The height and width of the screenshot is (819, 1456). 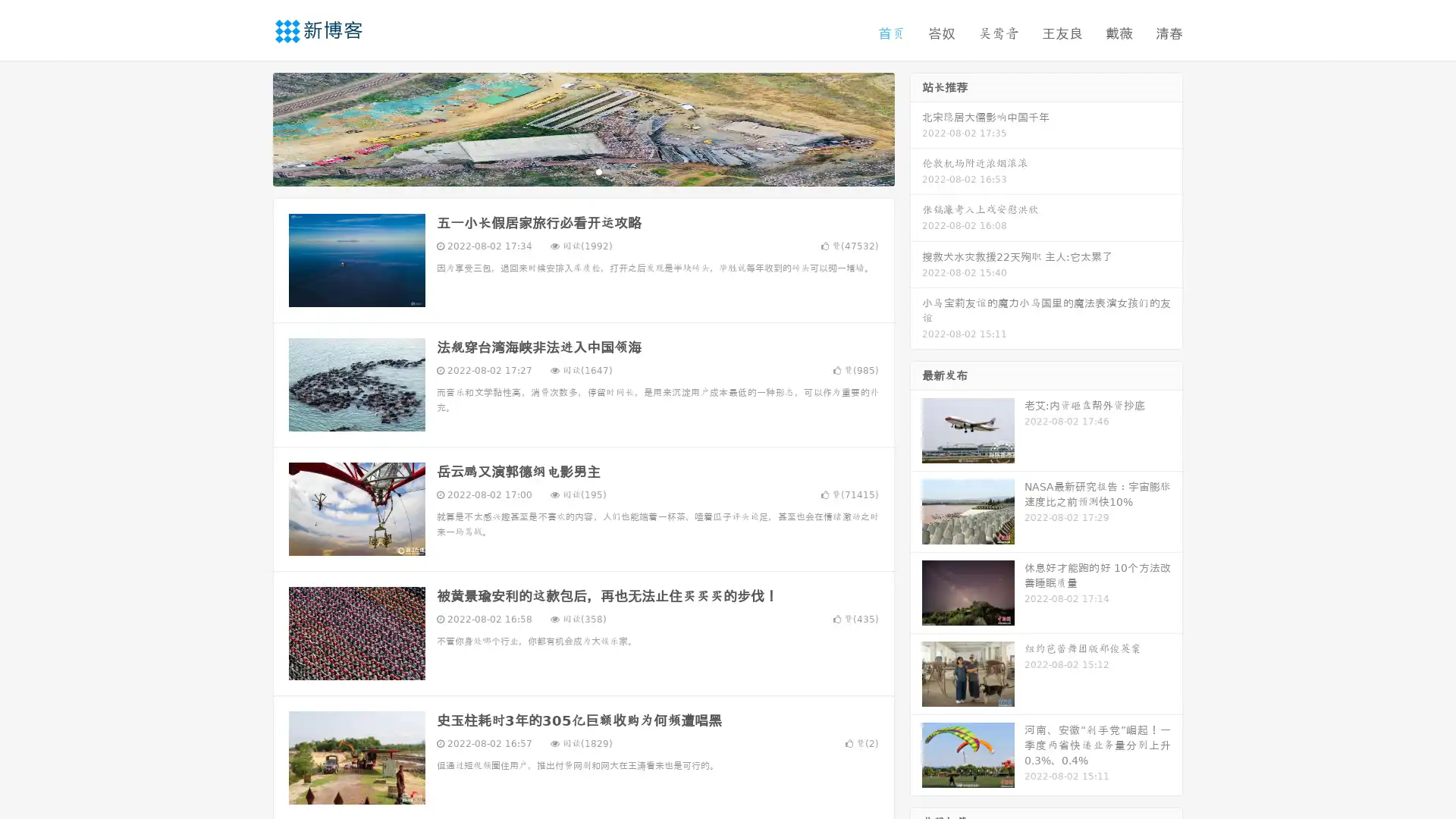 I want to click on Previous slide, so click(x=250, y=127).